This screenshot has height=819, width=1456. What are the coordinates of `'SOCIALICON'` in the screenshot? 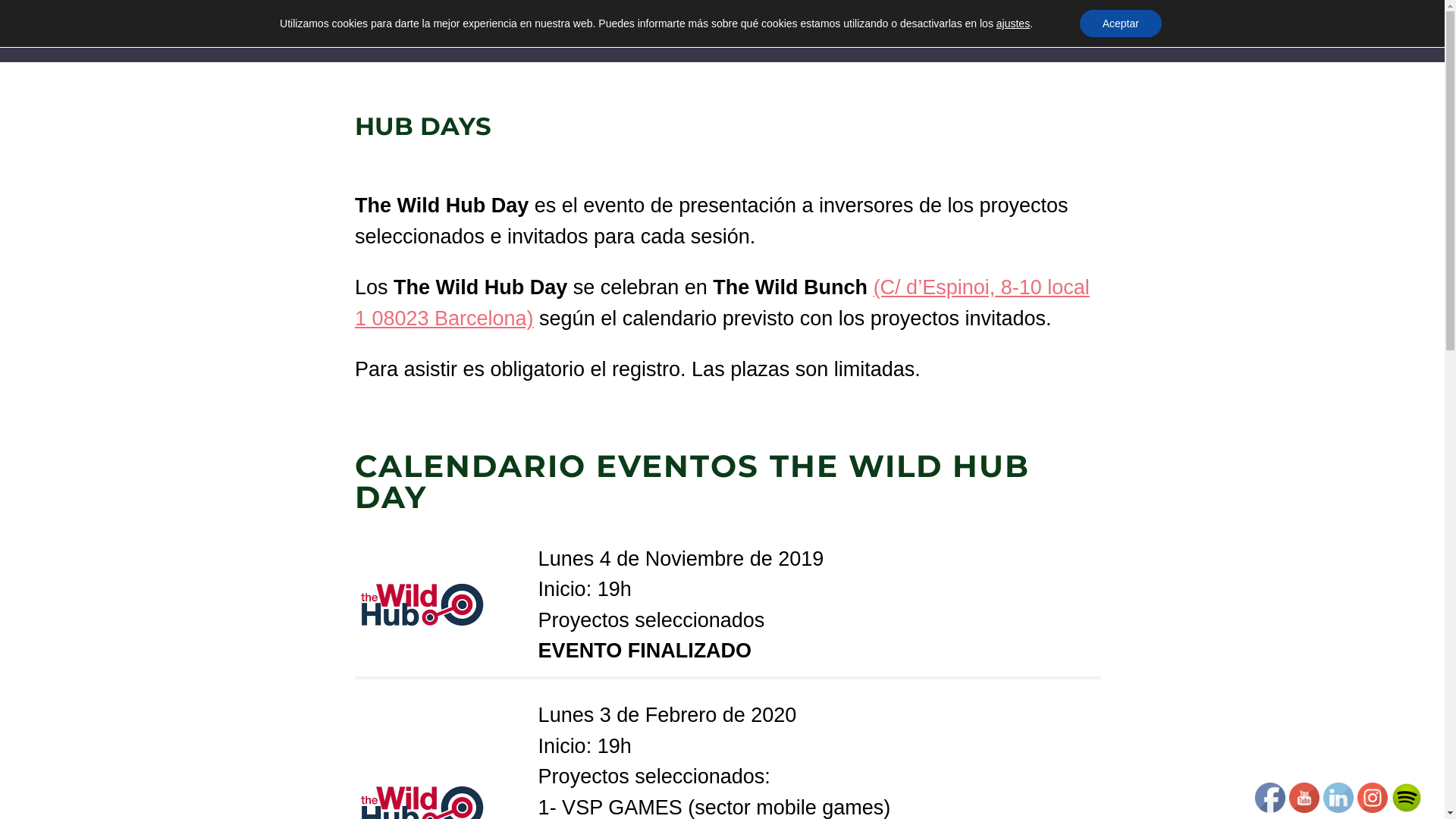 It's located at (1405, 797).